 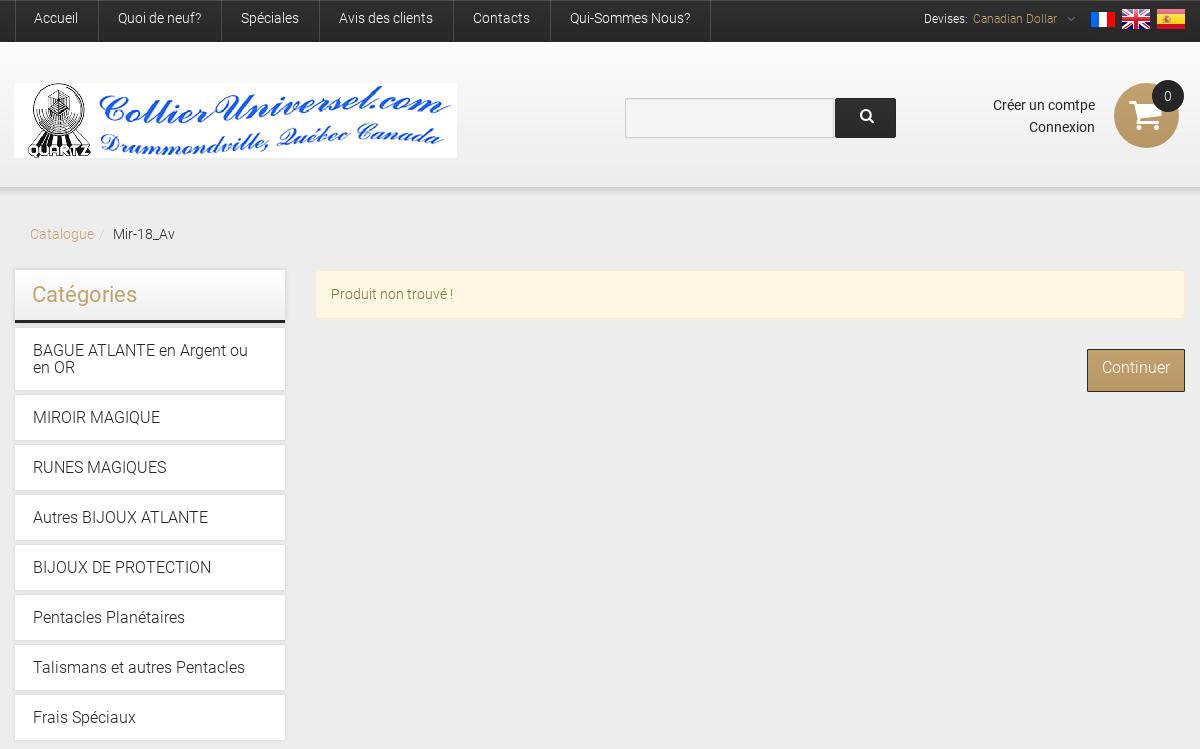 I want to click on 'Accueil', so click(x=56, y=17).